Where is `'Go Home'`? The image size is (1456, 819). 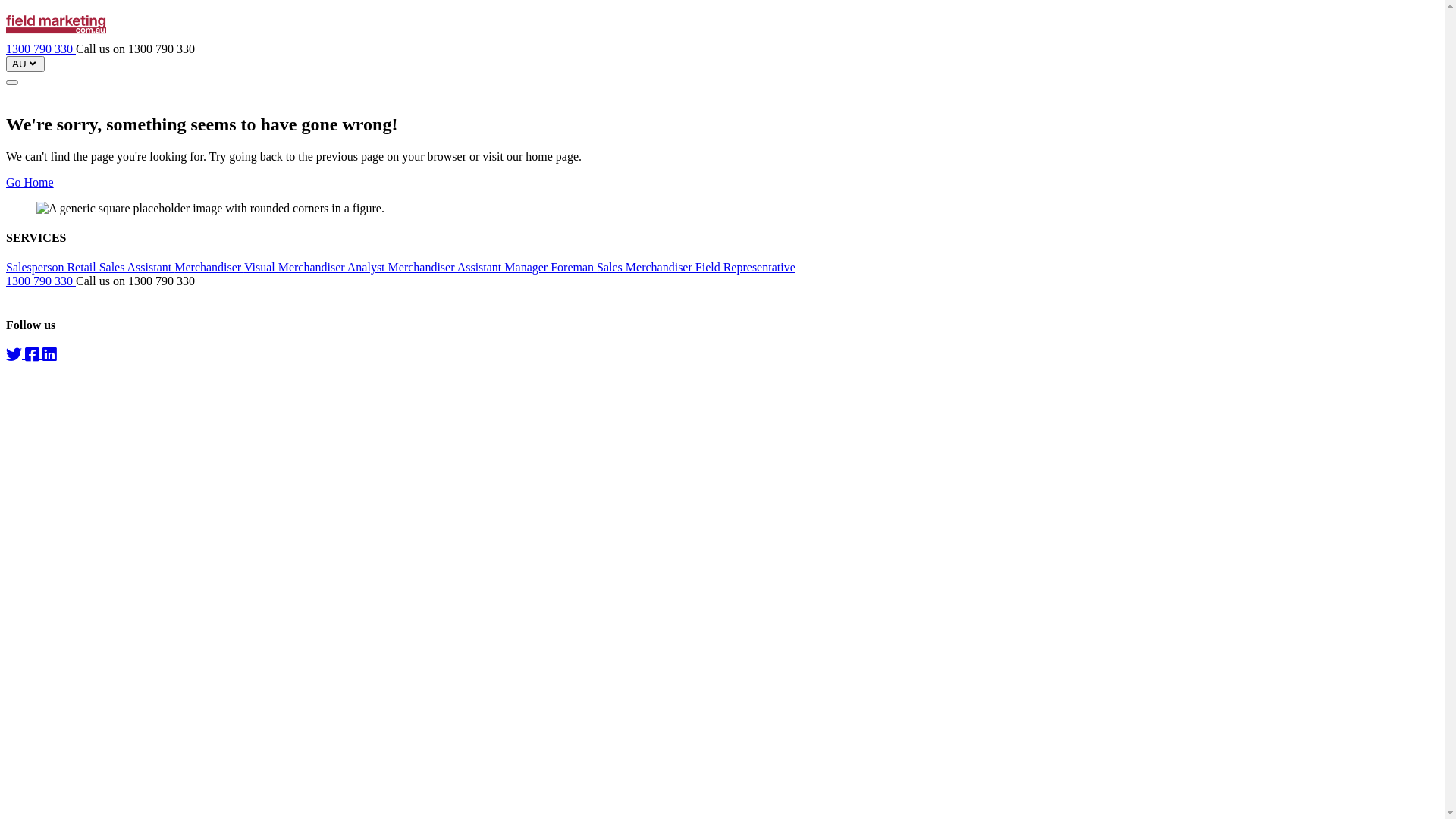 'Go Home' is located at coordinates (30, 181).